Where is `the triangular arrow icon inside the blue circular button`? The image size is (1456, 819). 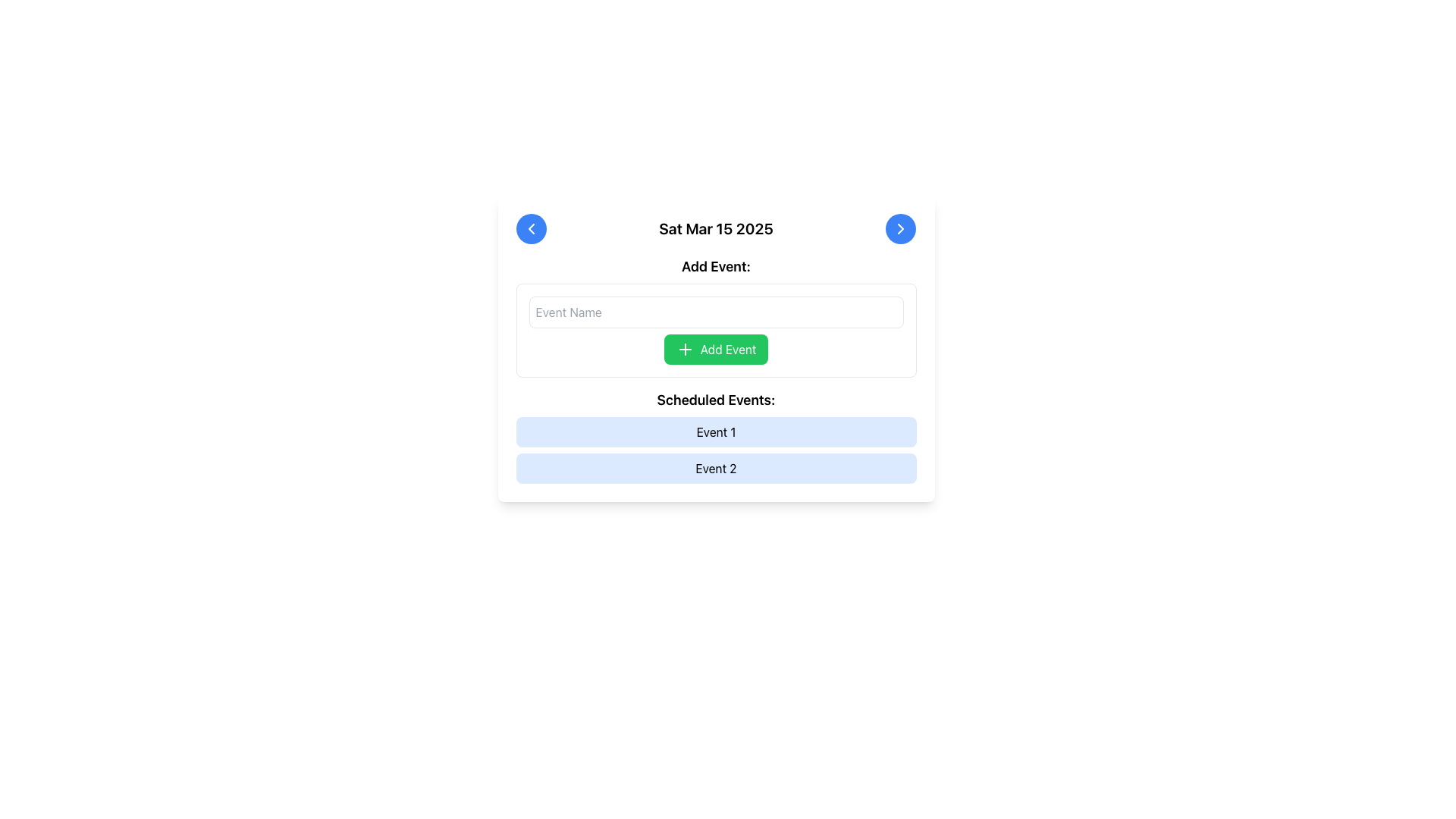
the triangular arrow icon inside the blue circular button is located at coordinates (531, 228).